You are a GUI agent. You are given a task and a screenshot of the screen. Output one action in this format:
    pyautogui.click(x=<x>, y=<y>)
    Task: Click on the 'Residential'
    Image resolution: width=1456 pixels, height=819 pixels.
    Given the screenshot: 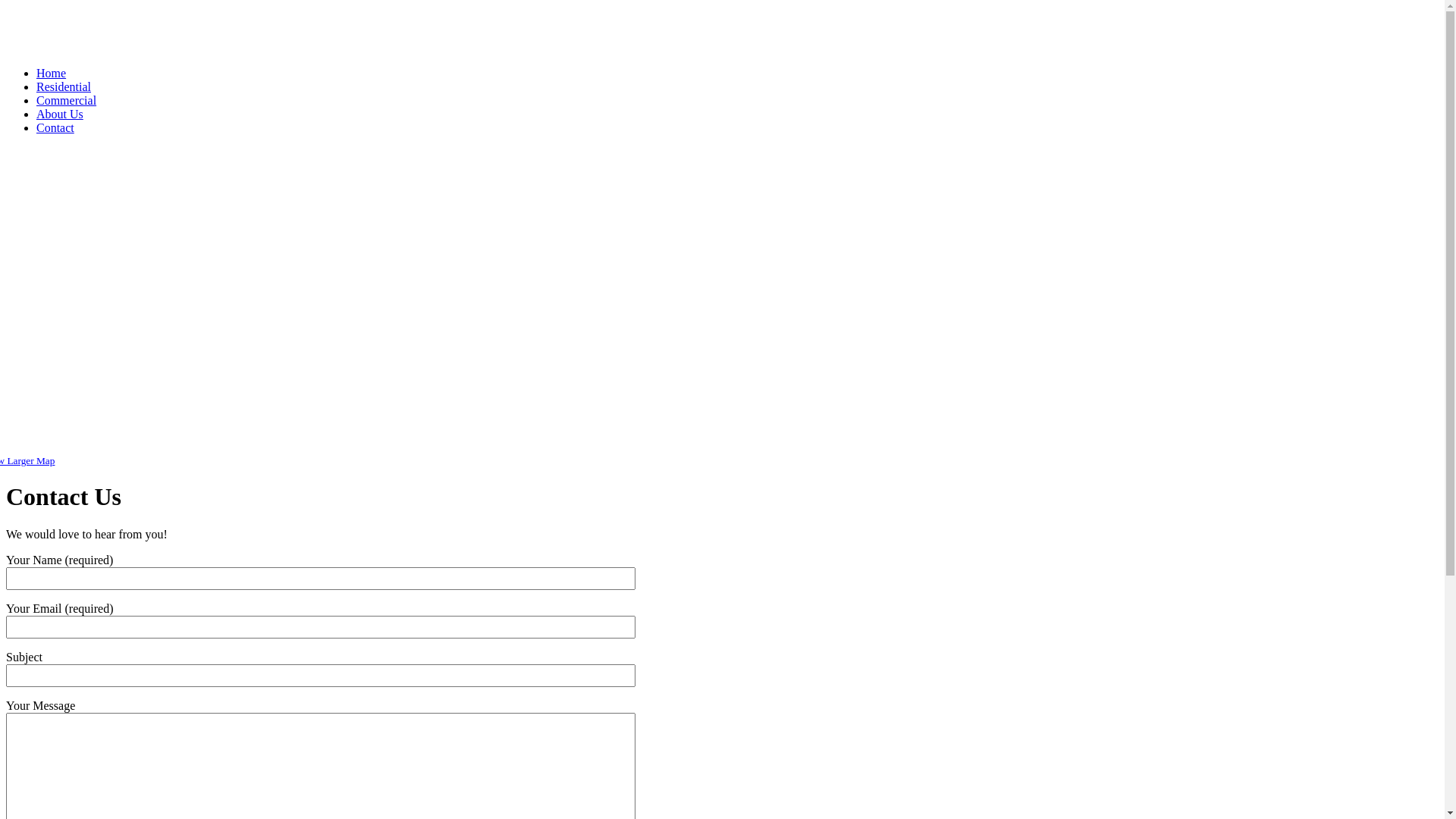 What is the action you would take?
    pyautogui.click(x=62, y=86)
    